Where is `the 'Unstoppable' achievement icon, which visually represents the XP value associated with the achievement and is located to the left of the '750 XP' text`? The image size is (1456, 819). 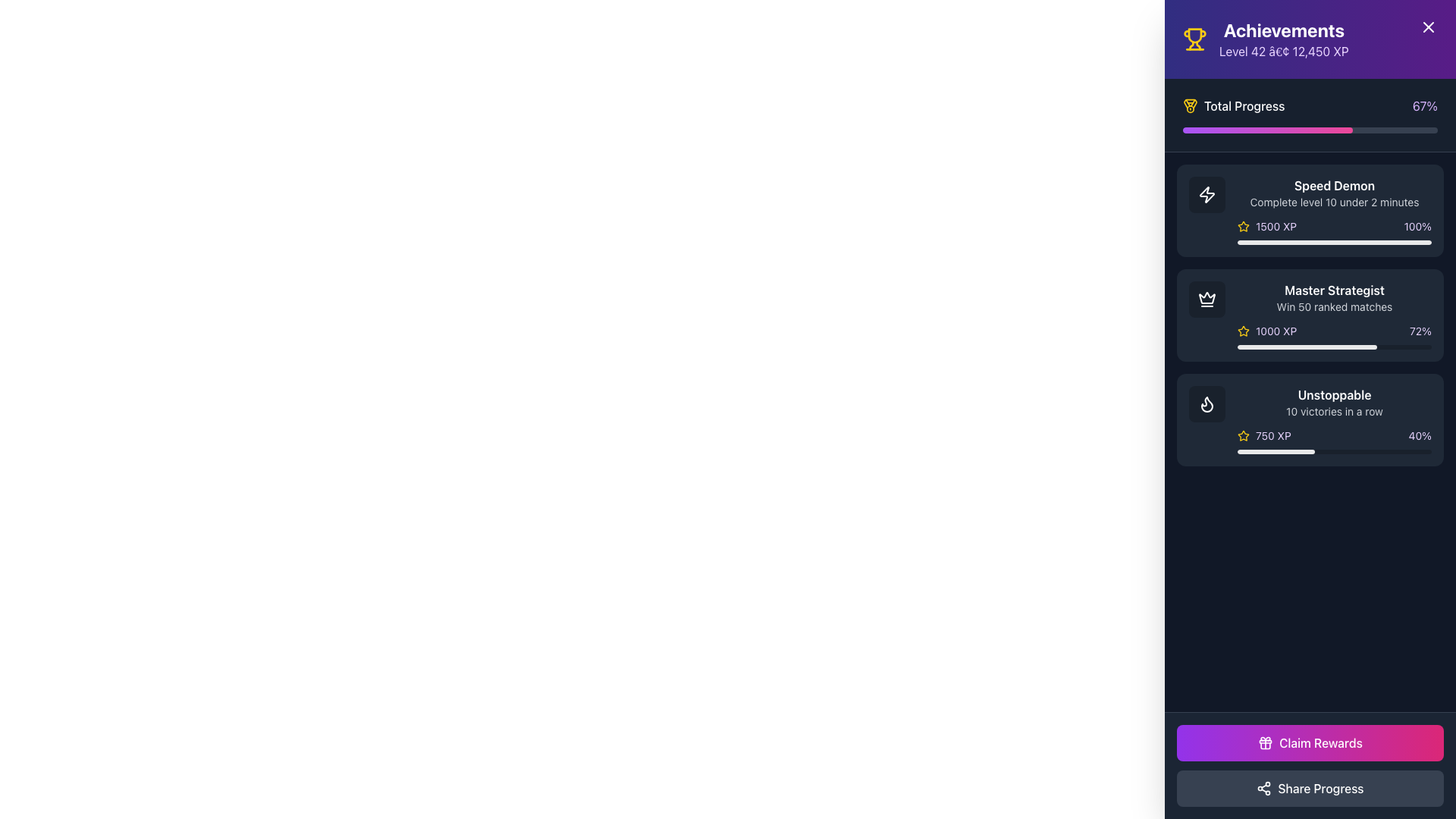
the 'Unstoppable' achievement icon, which visually represents the XP value associated with the achievement and is located to the left of the '750 XP' text is located at coordinates (1244, 435).